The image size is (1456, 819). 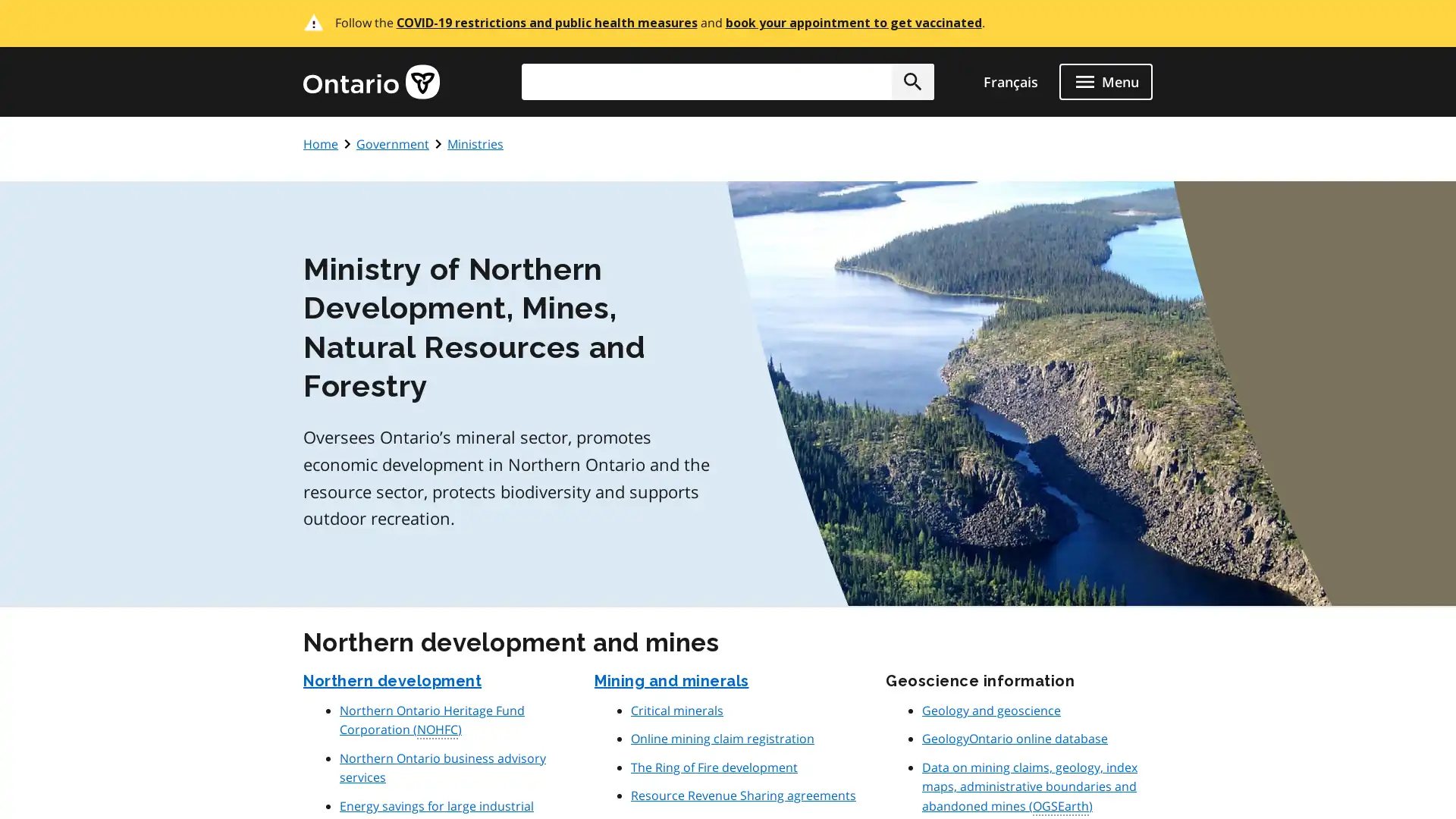 What do you see at coordinates (1106, 81) in the screenshot?
I see `open menu` at bounding box center [1106, 81].